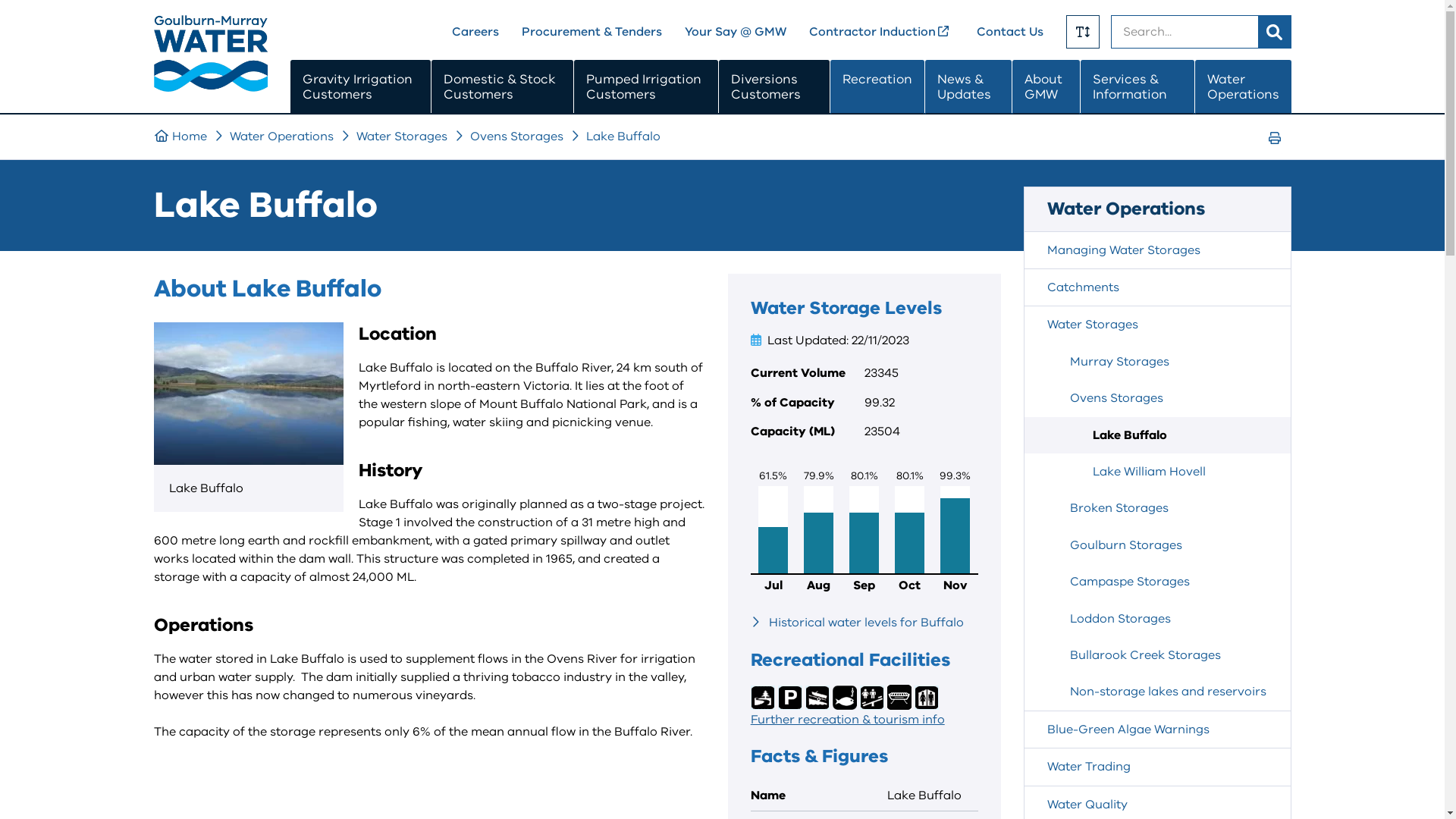 The width and height of the screenshot is (1456, 819). What do you see at coordinates (502, 87) in the screenshot?
I see `'Domestic & Stock Customers'` at bounding box center [502, 87].